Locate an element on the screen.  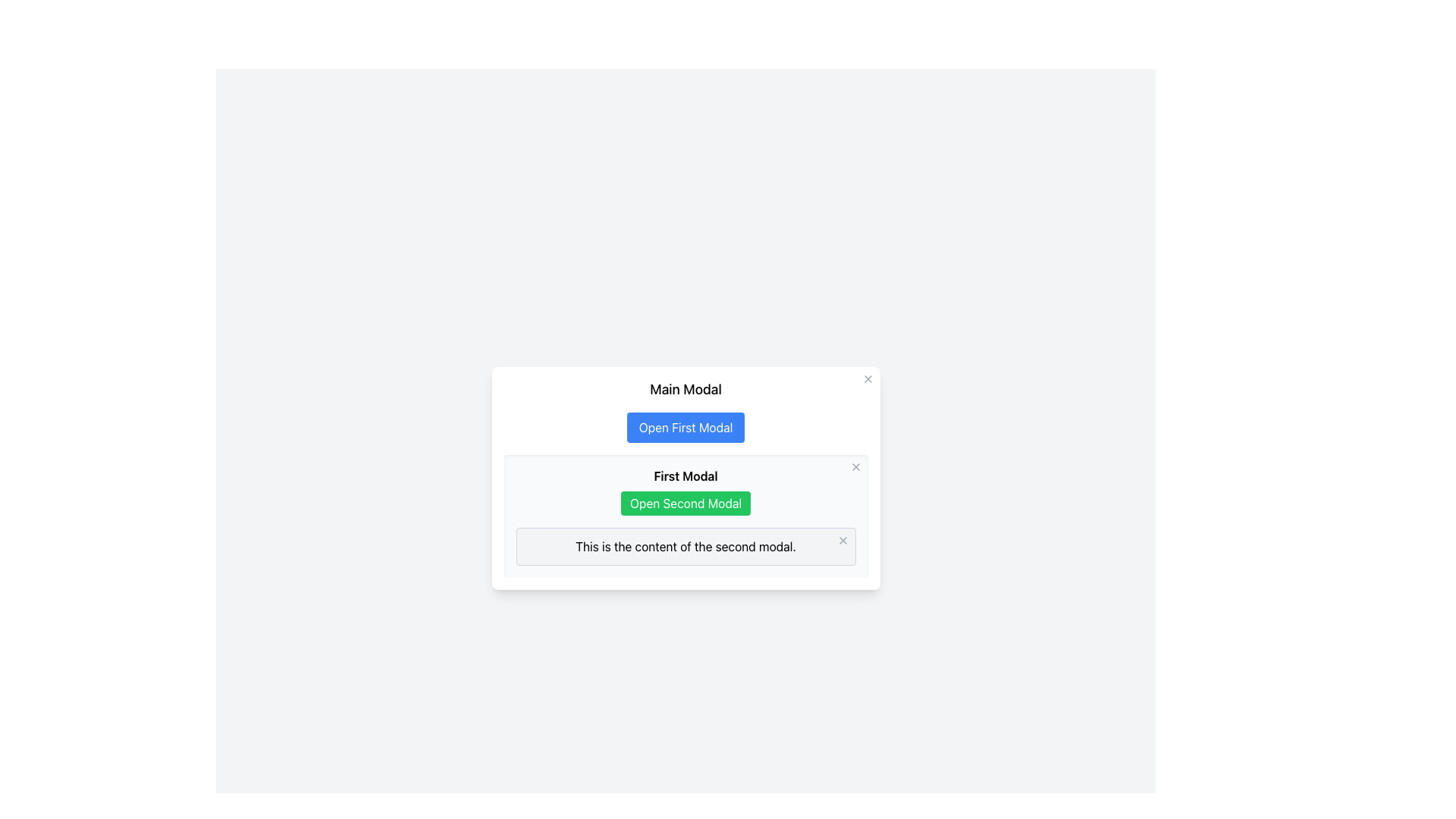
the static text inside the second modal, positioned below the 'Open Second Modal' button, providing descriptive information to the user is located at coordinates (685, 547).